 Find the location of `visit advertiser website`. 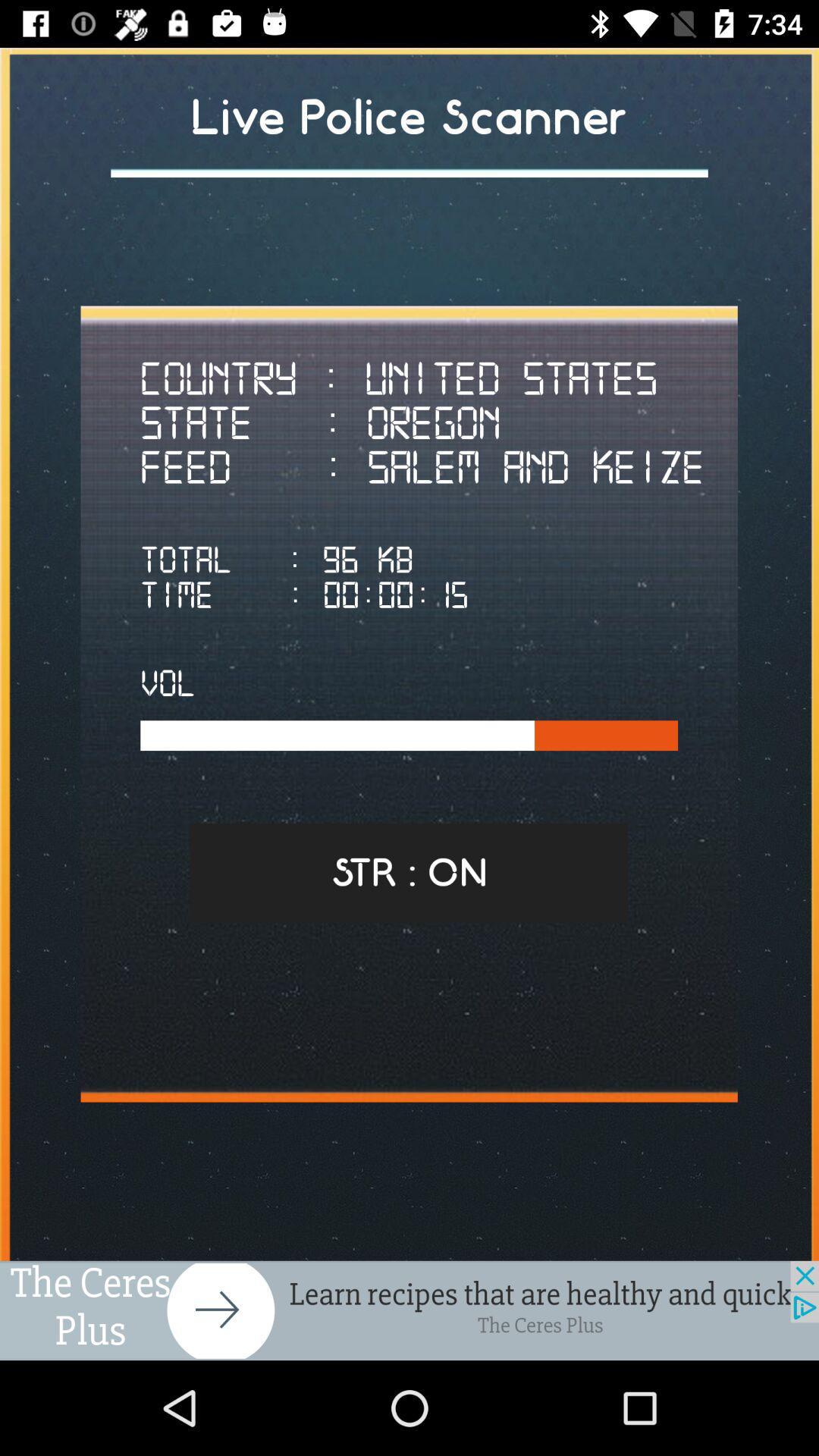

visit advertiser website is located at coordinates (409, 1310).